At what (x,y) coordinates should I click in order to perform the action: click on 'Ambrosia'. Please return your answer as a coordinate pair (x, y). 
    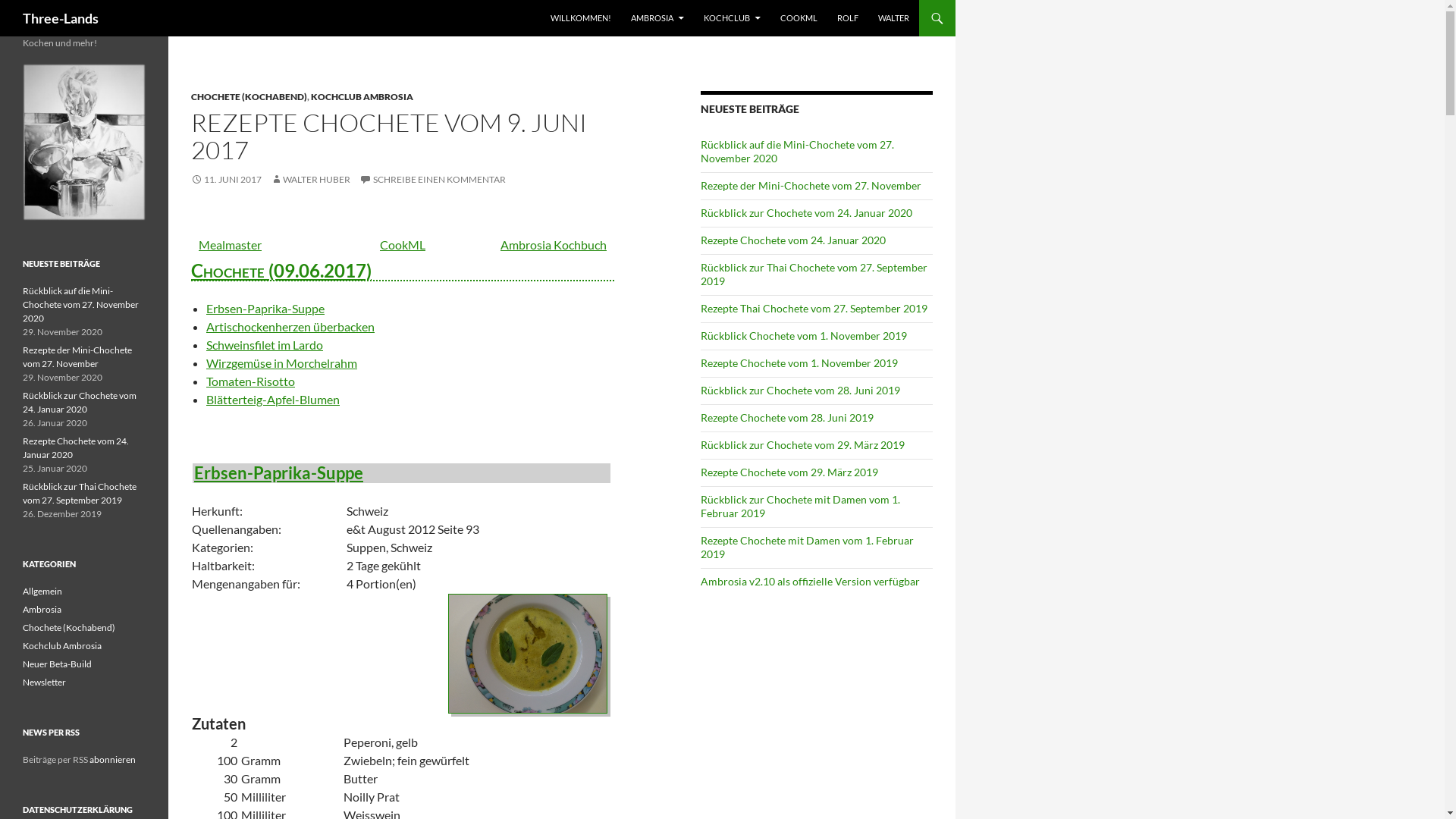
    Looking at the image, I should click on (42, 608).